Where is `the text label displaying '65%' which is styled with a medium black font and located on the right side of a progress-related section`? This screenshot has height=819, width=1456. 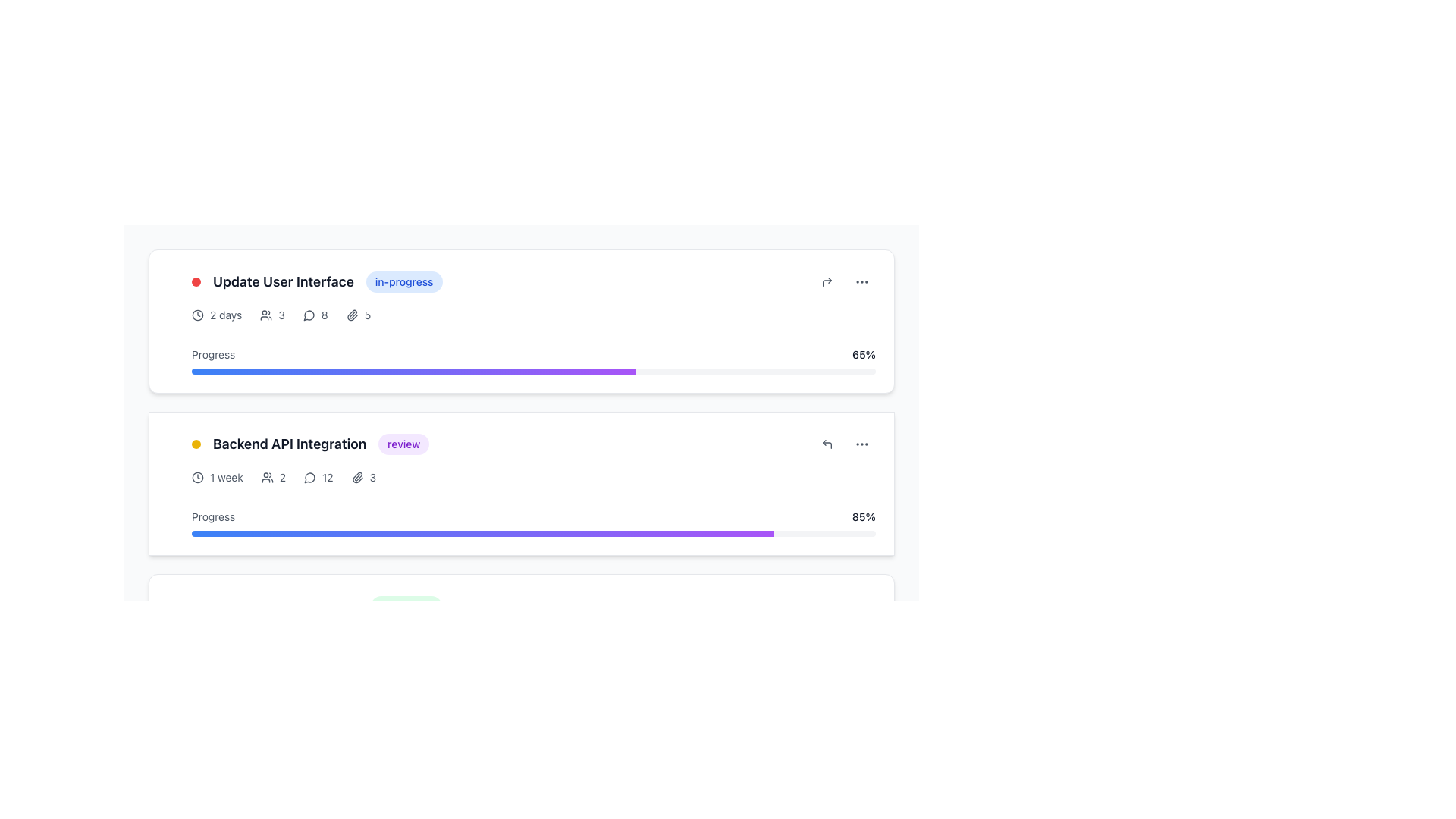 the text label displaying '65%' which is styled with a medium black font and located on the right side of a progress-related section is located at coordinates (864, 354).